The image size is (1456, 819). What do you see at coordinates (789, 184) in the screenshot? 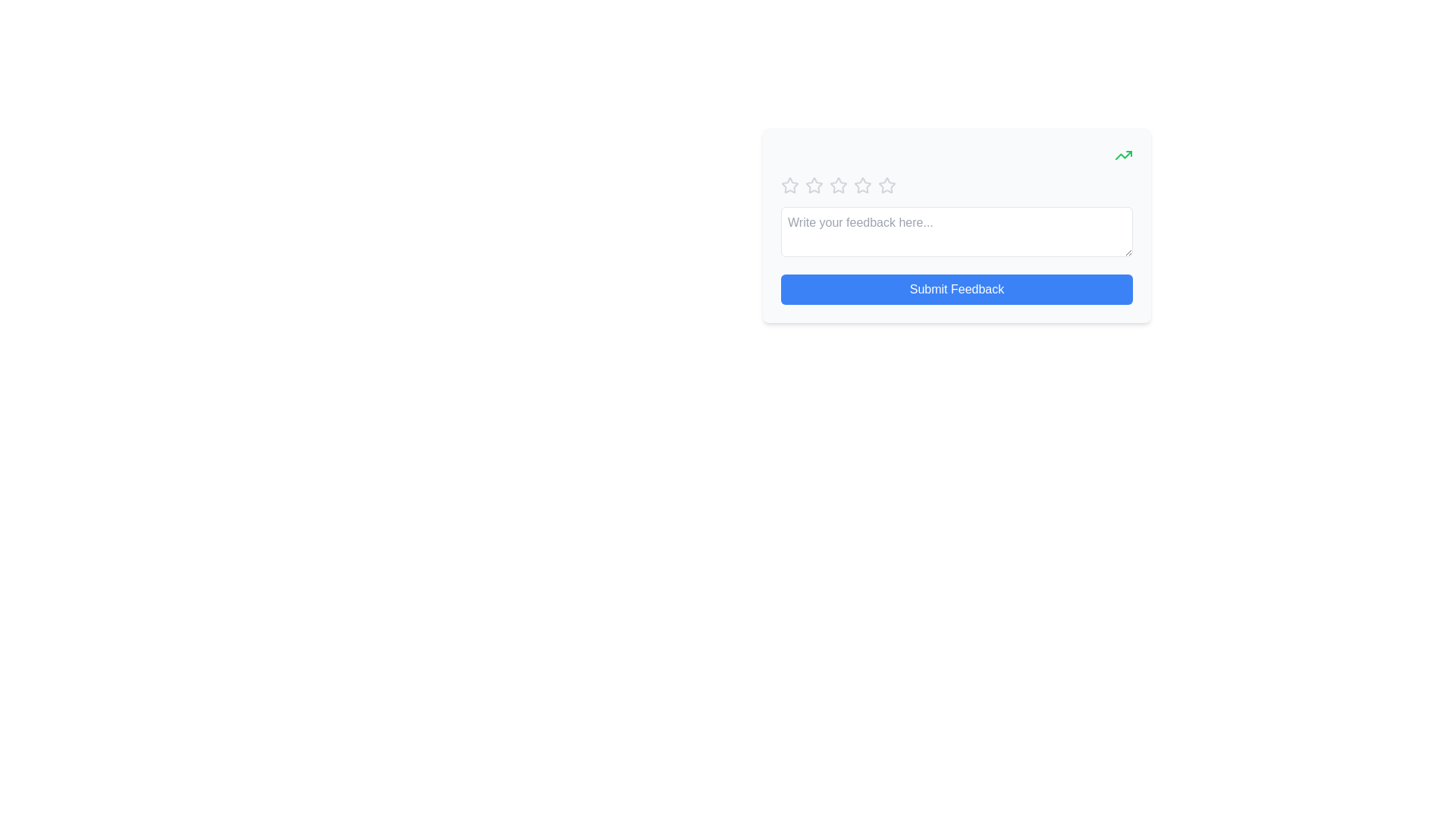
I see `the leftmost star icon in the horizontal group of five` at bounding box center [789, 184].